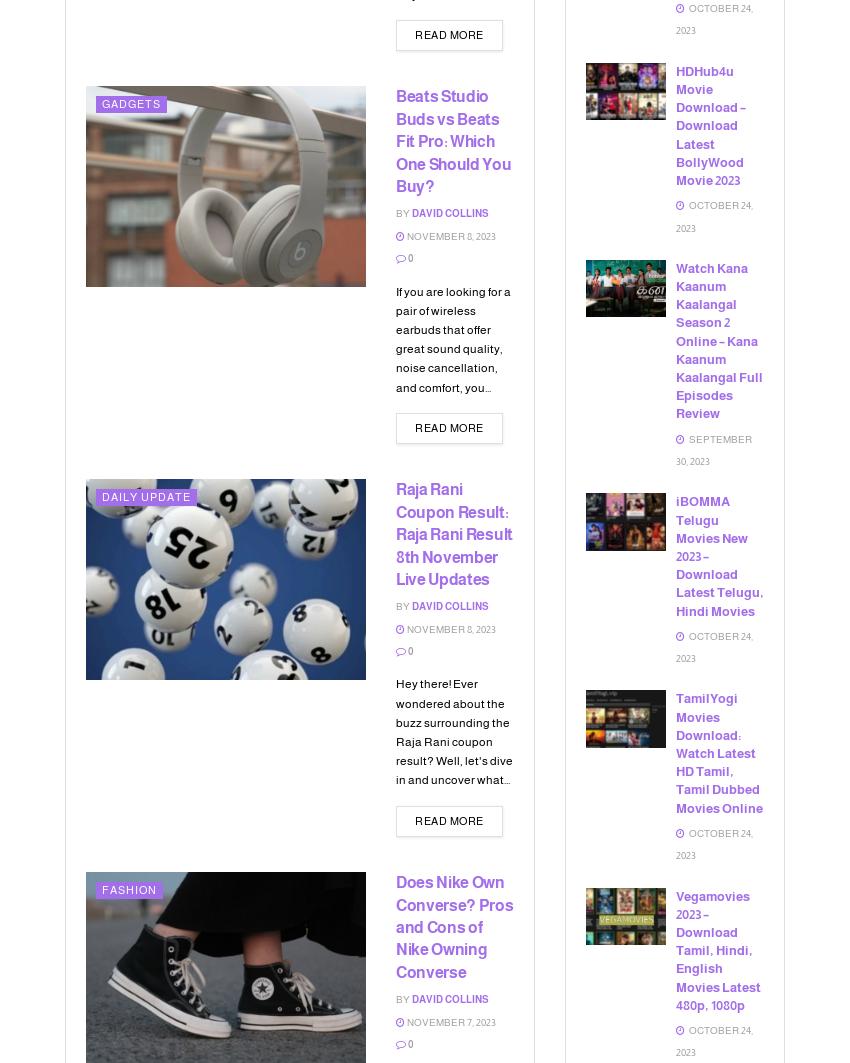 The height and width of the screenshot is (1063, 850). What do you see at coordinates (718, 340) in the screenshot?
I see `'Watch Kana Kaanum Kaalangal Season 2 Online – Kana Kaanum Kaalangal Full Episodes Review'` at bounding box center [718, 340].